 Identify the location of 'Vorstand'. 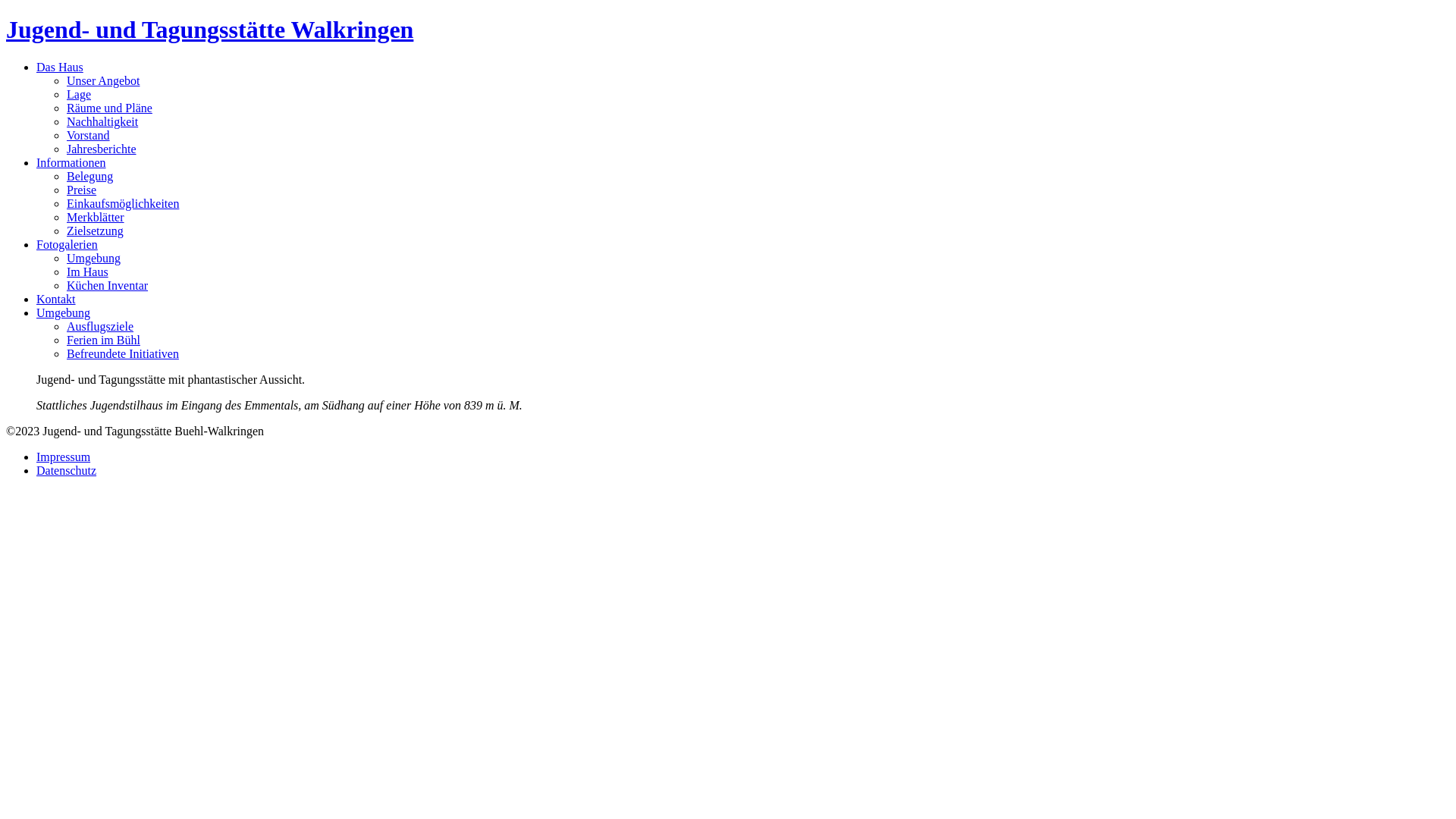
(87, 134).